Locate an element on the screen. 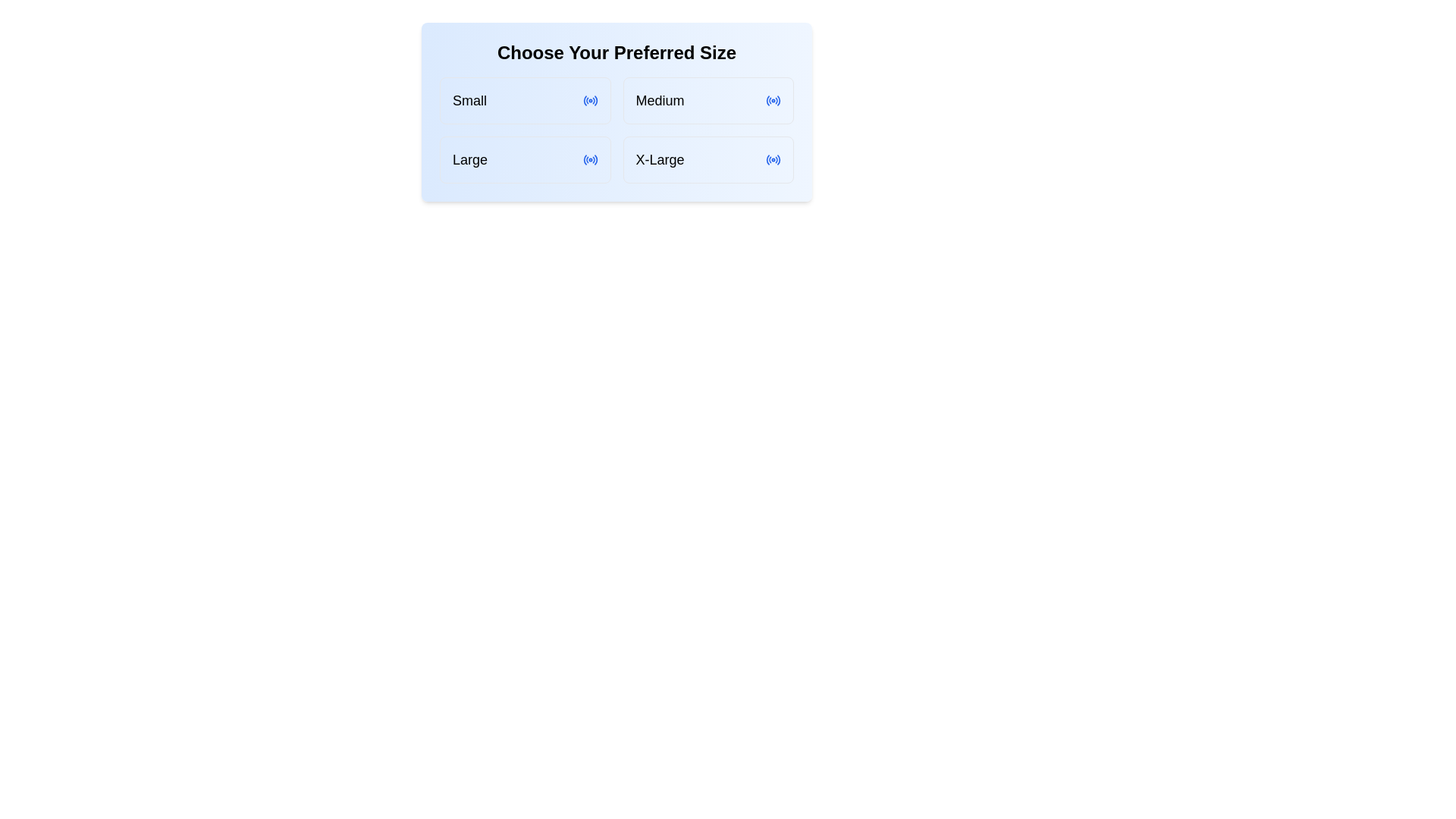 The height and width of the screenshot is (819, 1456). the 'Medium' size option button located in the first row of the size selection grid, to the right of the 'Small' button is located at coordinates (708, 100).